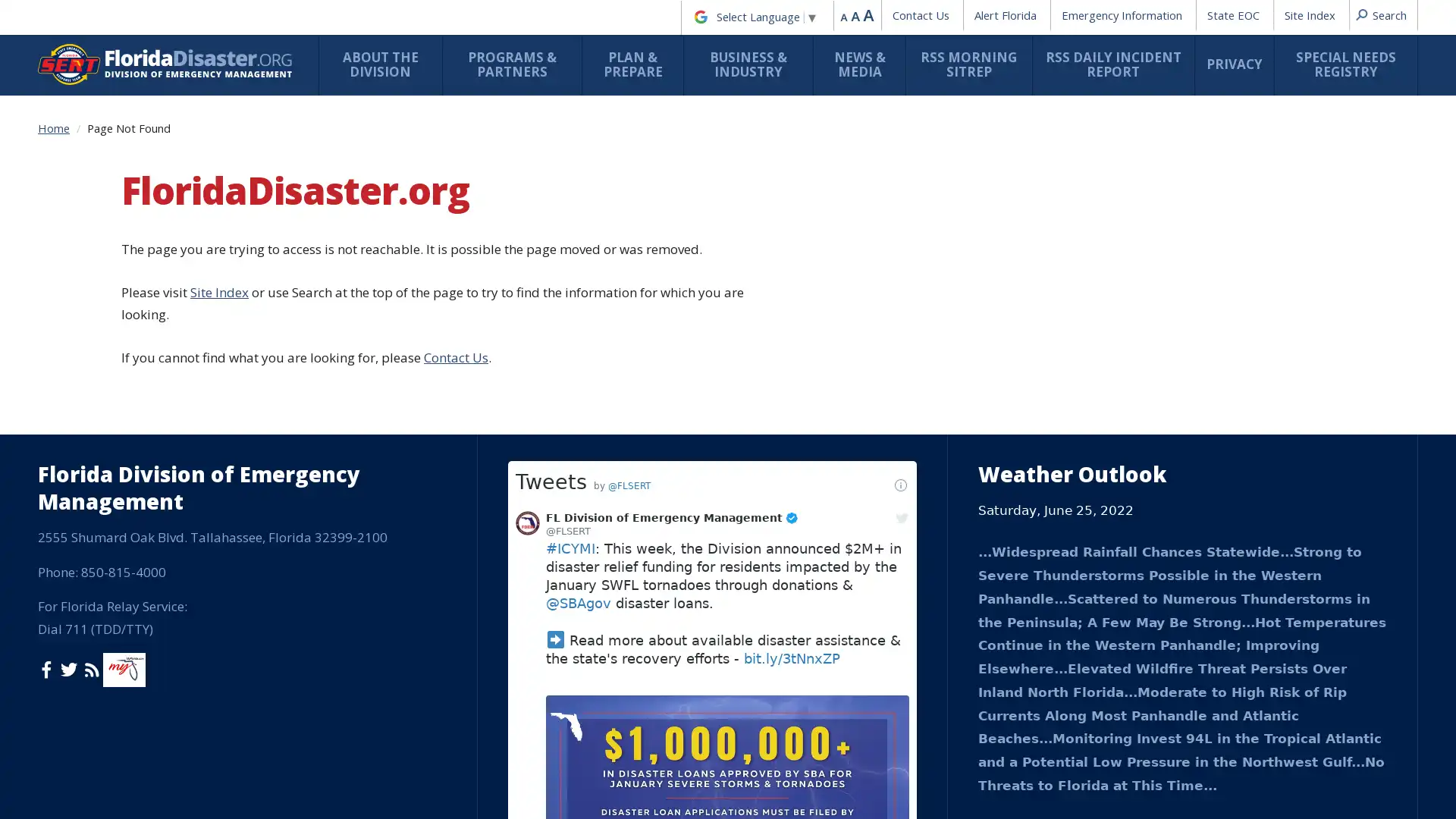 The width and height of the screenshot is (1456, 819). What do you see at coordinates (607, 716) in the screenshot?
I see `Toggle More` at bounding box center [607, 716].